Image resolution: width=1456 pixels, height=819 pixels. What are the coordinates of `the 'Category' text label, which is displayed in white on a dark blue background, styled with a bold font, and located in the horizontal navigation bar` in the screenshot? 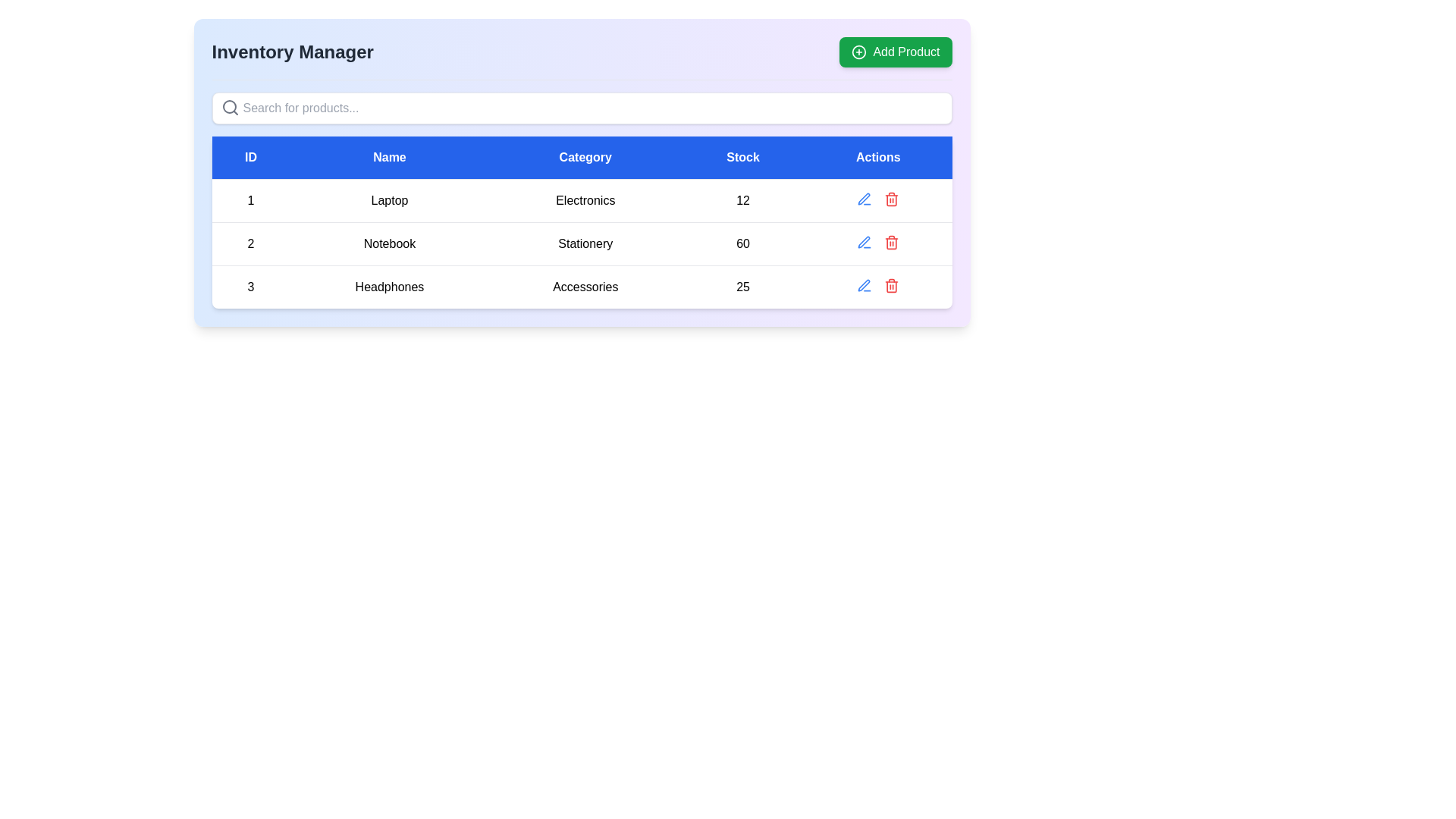 It's located at (585, 158).